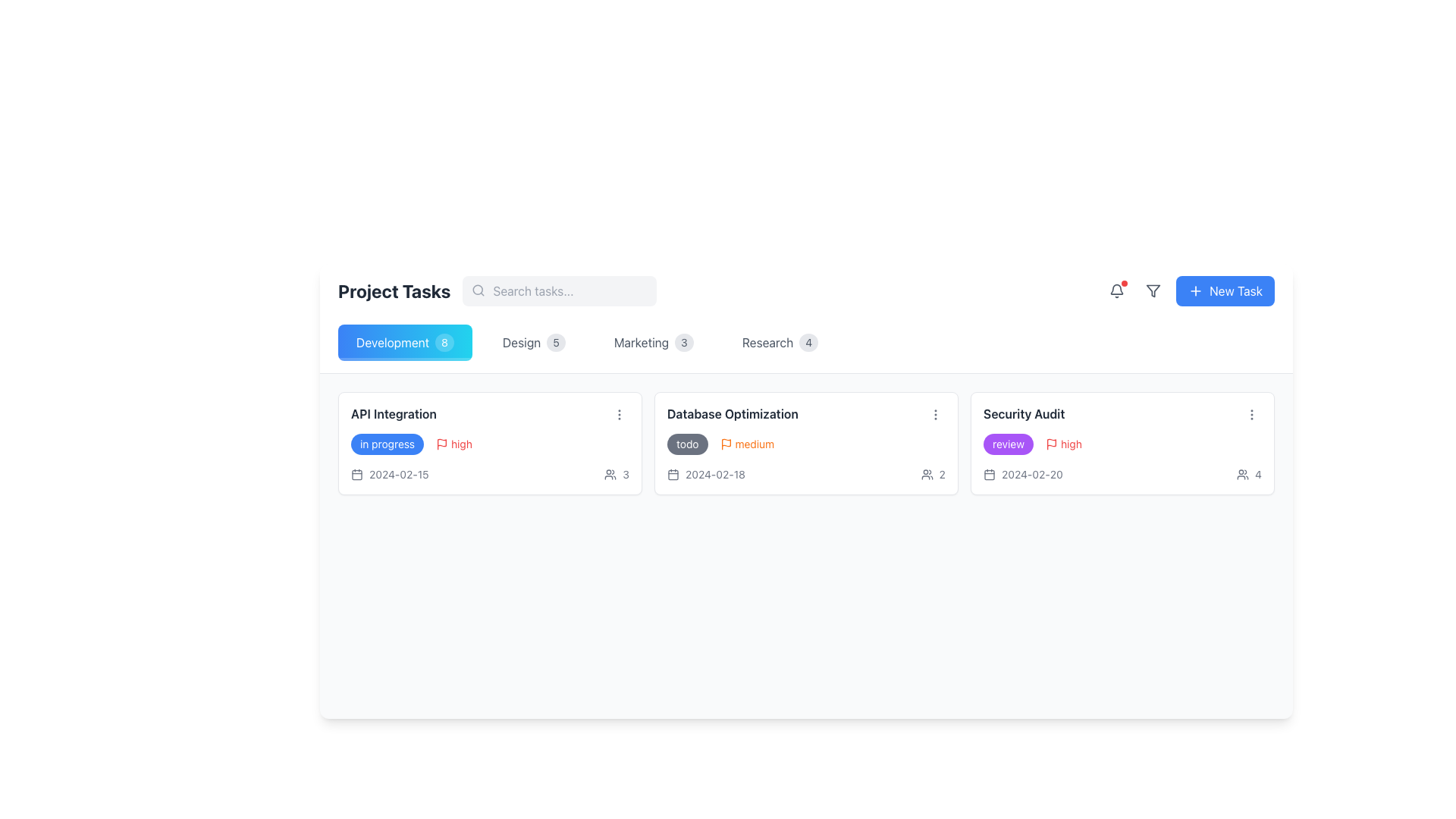  I want to click on the first task card, so click(490, 444).